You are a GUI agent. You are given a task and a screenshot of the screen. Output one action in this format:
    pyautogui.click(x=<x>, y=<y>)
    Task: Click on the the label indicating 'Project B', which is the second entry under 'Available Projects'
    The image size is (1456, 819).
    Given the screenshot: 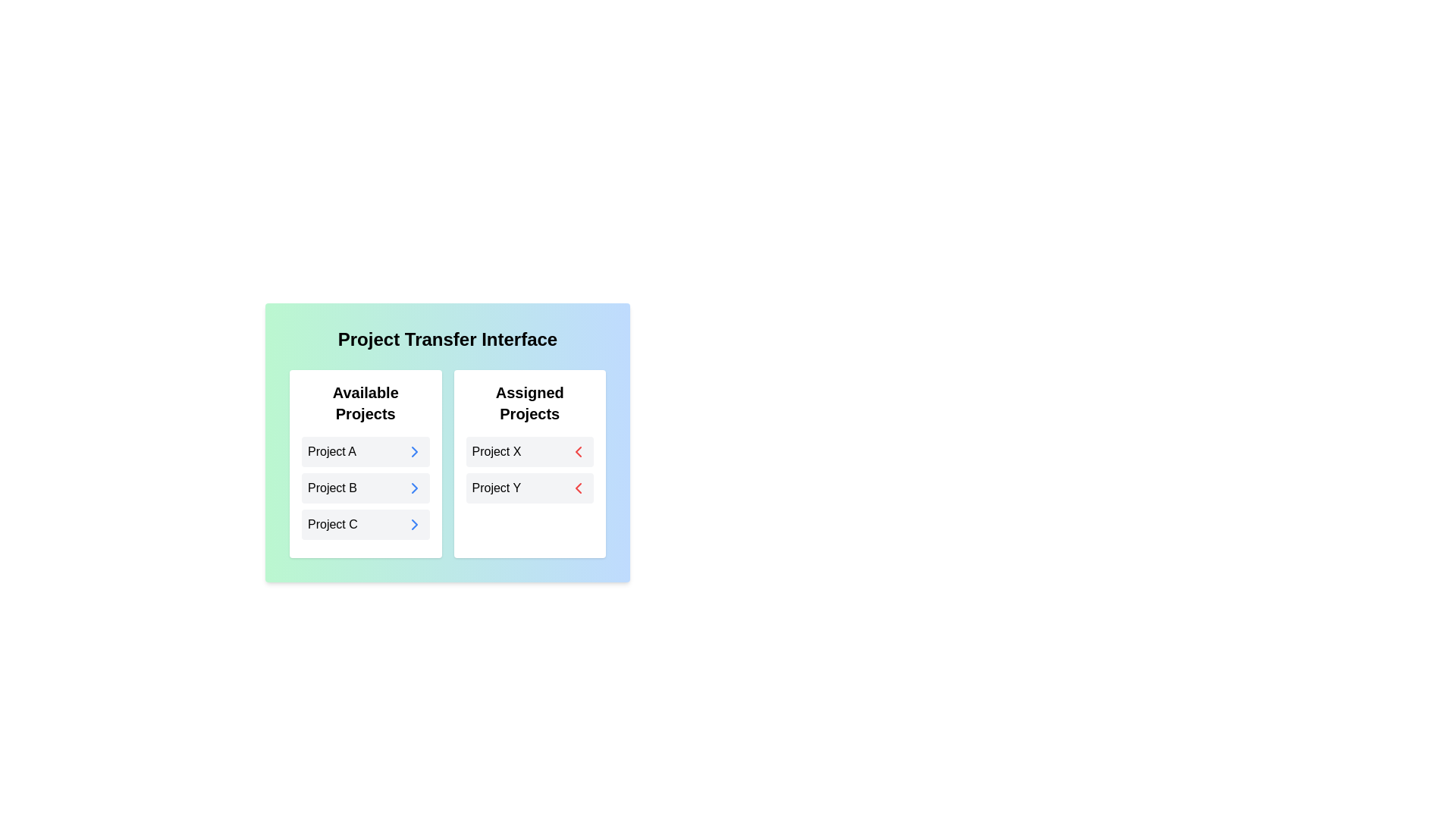 What is the action you would take?
    pyautogui.click(x=331, y=488)
    